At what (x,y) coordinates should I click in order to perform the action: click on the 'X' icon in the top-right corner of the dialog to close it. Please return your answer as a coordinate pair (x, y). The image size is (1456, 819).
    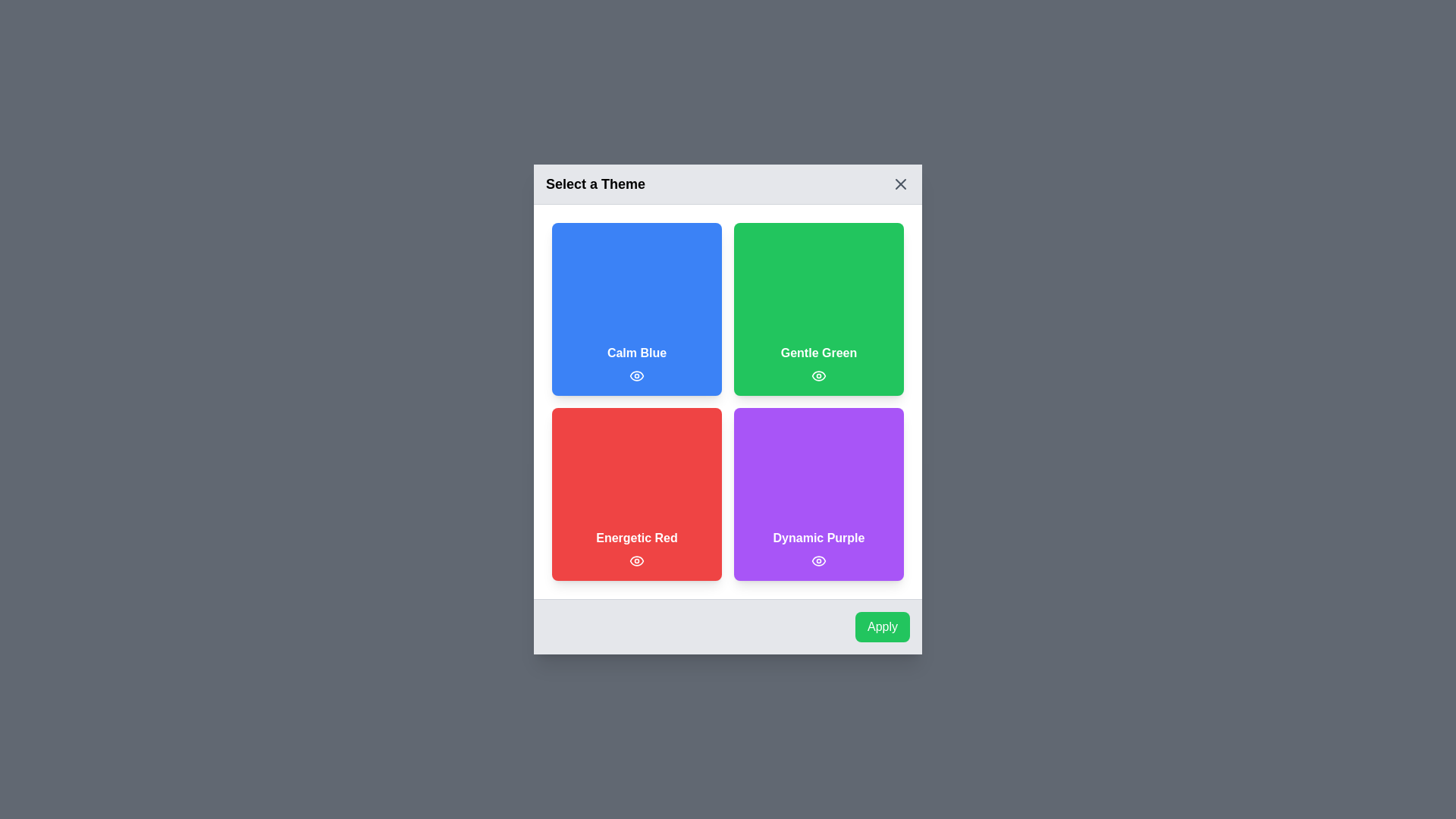
    Looking at the image, I should click on (901, 184).